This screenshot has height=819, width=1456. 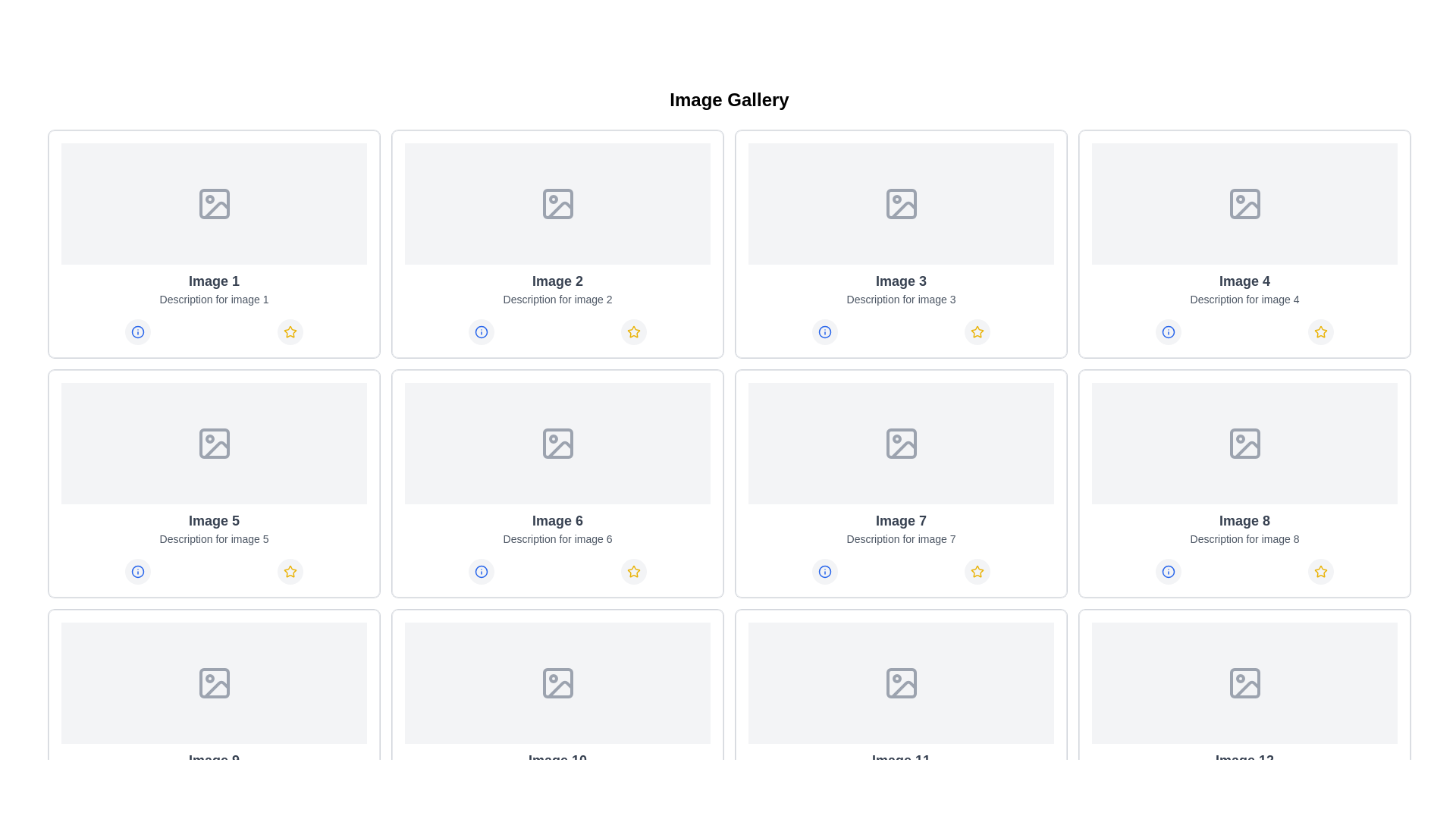 I want to click on the graphical icon component located in the sixth image placeholder of the image gallery, so click(x=557, y=444).